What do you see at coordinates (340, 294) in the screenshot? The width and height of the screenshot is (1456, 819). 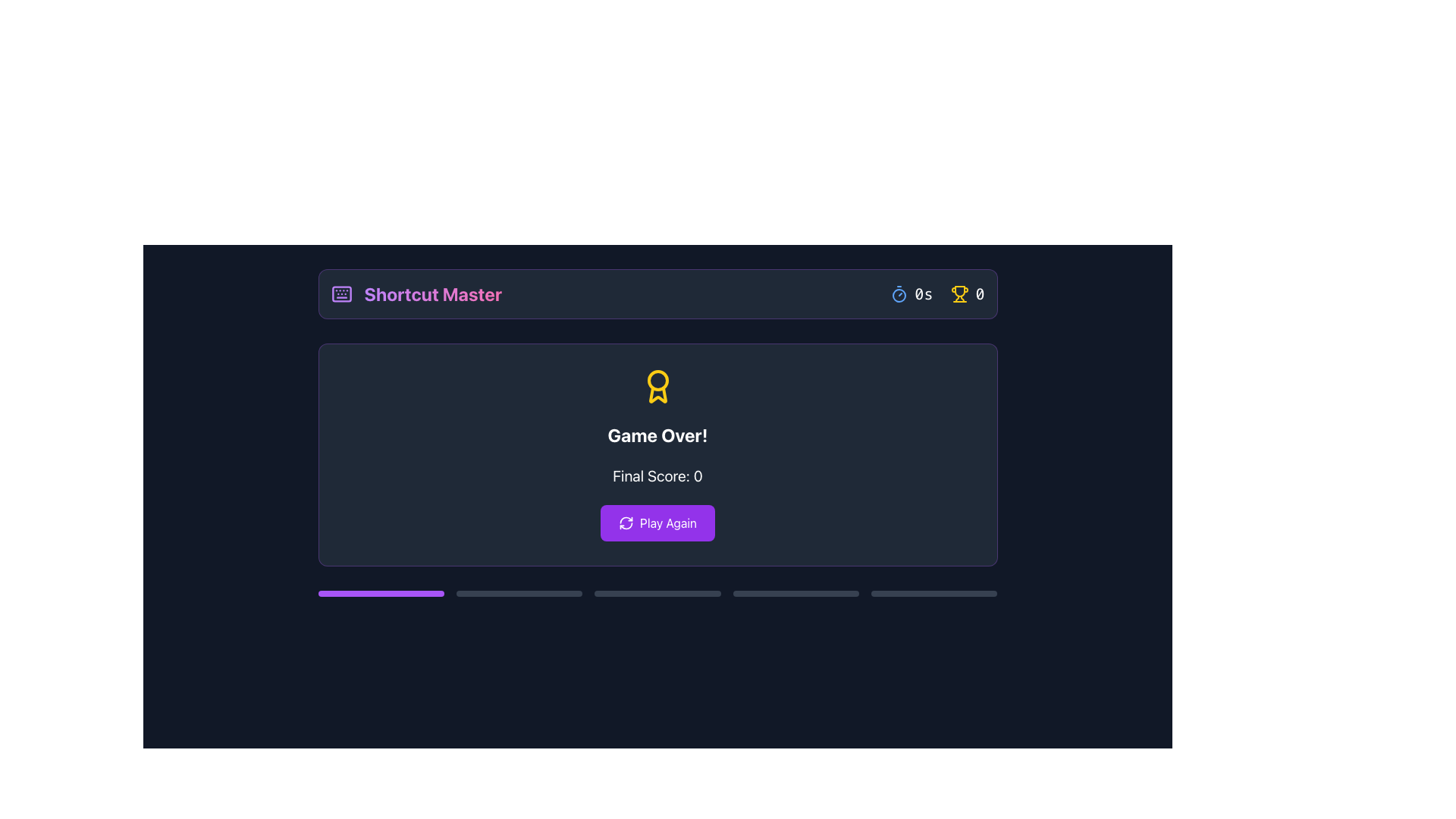 I see `the purple keyboard icon located at the top-left corner of the interface, adjacent to the 'Shortcut Master' text` at bounding box center [340, 294].